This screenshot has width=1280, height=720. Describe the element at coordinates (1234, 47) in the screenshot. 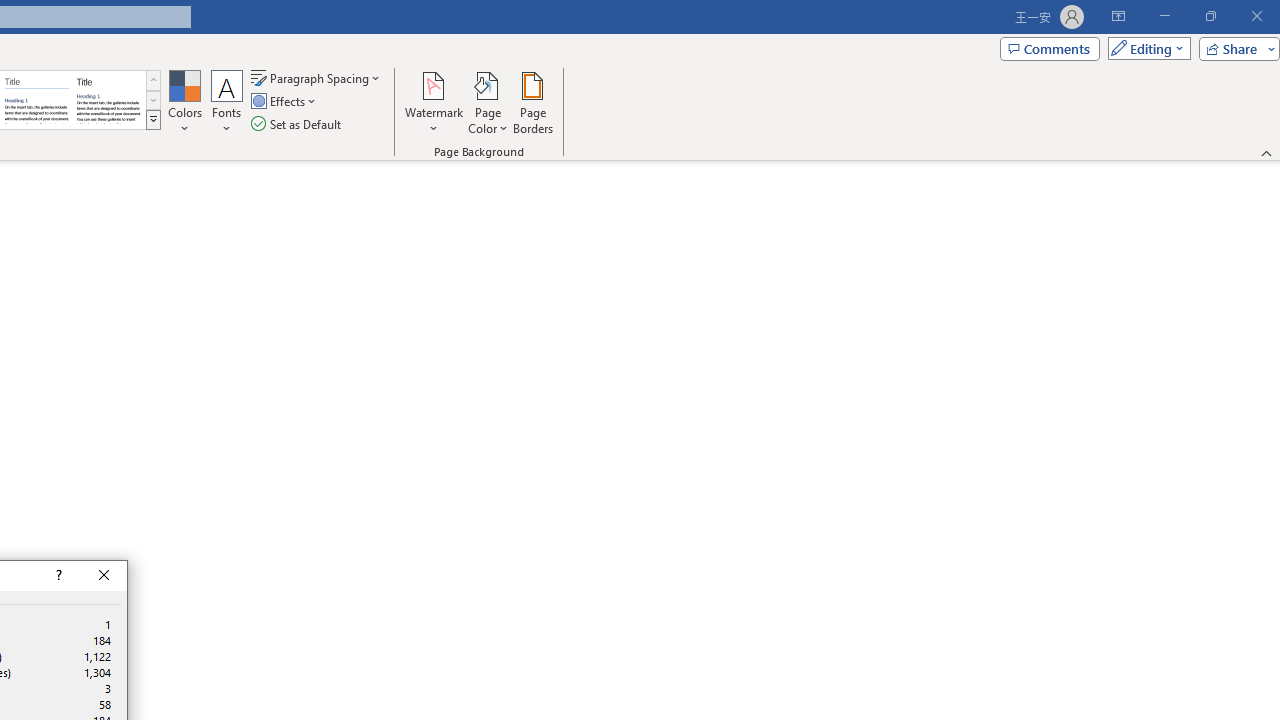

I see `'Share'` at that location.